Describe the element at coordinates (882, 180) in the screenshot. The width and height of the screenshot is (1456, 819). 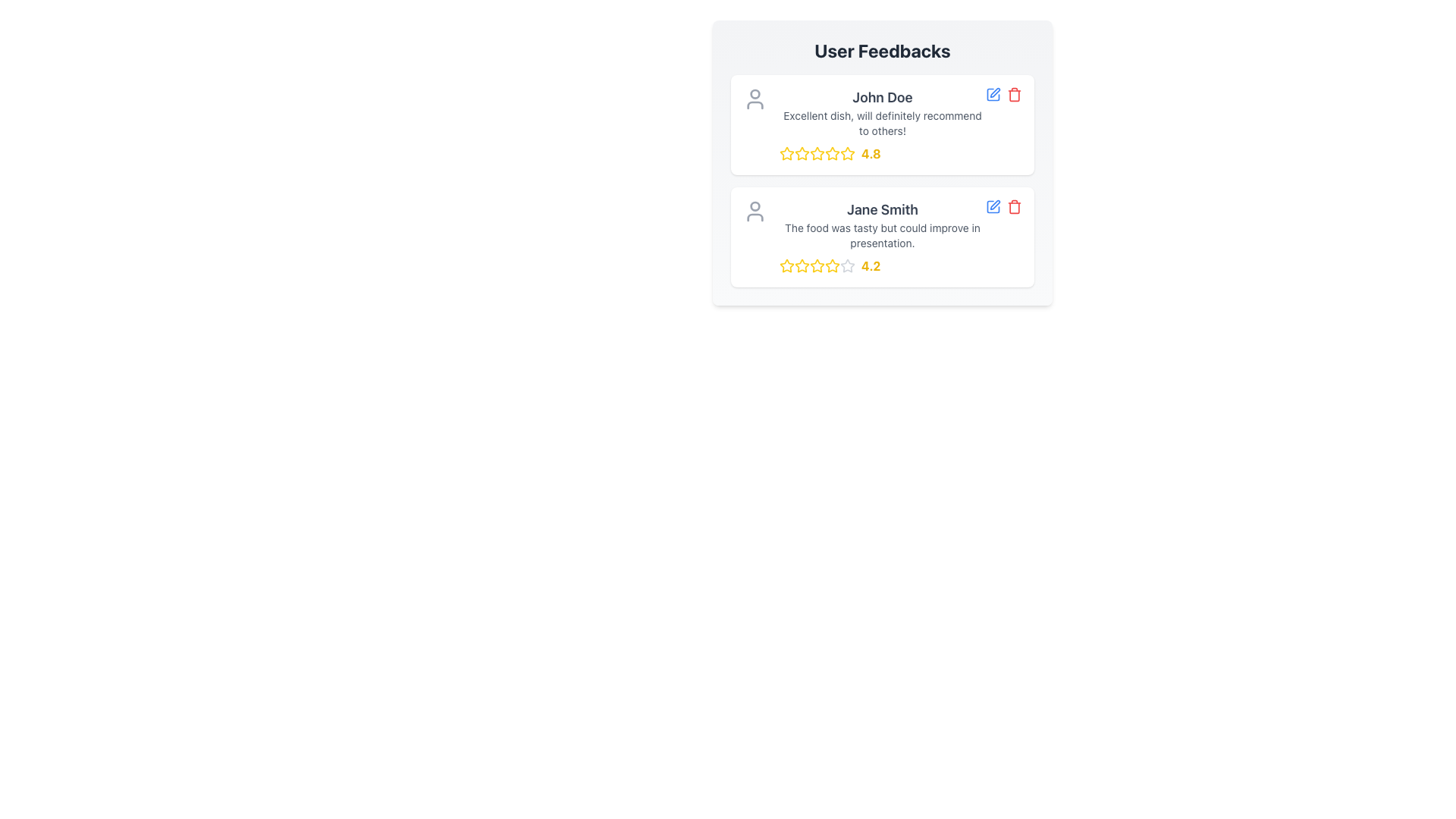
I see `the user review section titled 'User Feedbacks' that displays feedback entries for 'John Doe' and 'Jane Smith'` at that location.